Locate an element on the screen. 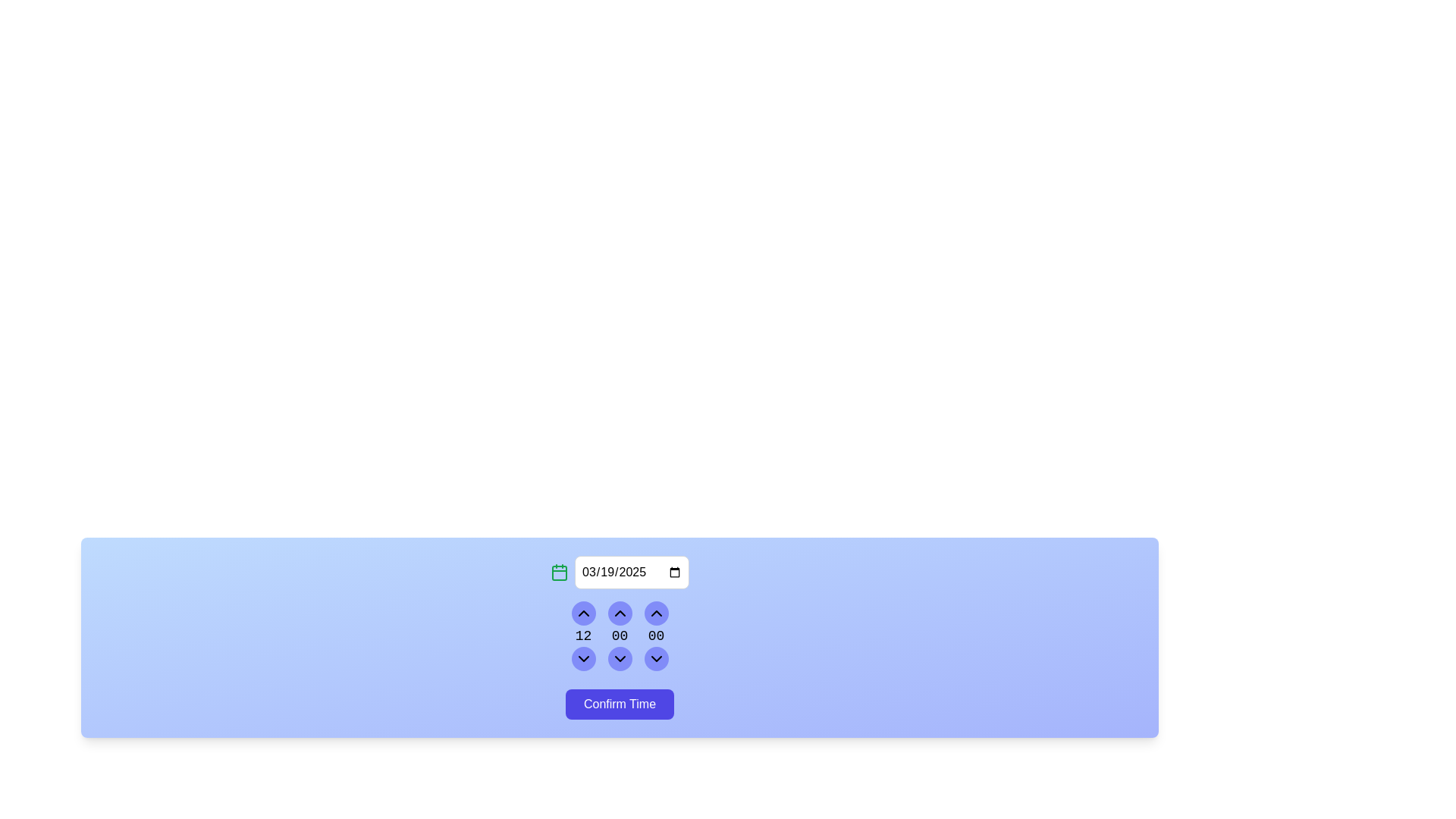  the decrement button located below the '12' text is located at coordinates (582, 657).